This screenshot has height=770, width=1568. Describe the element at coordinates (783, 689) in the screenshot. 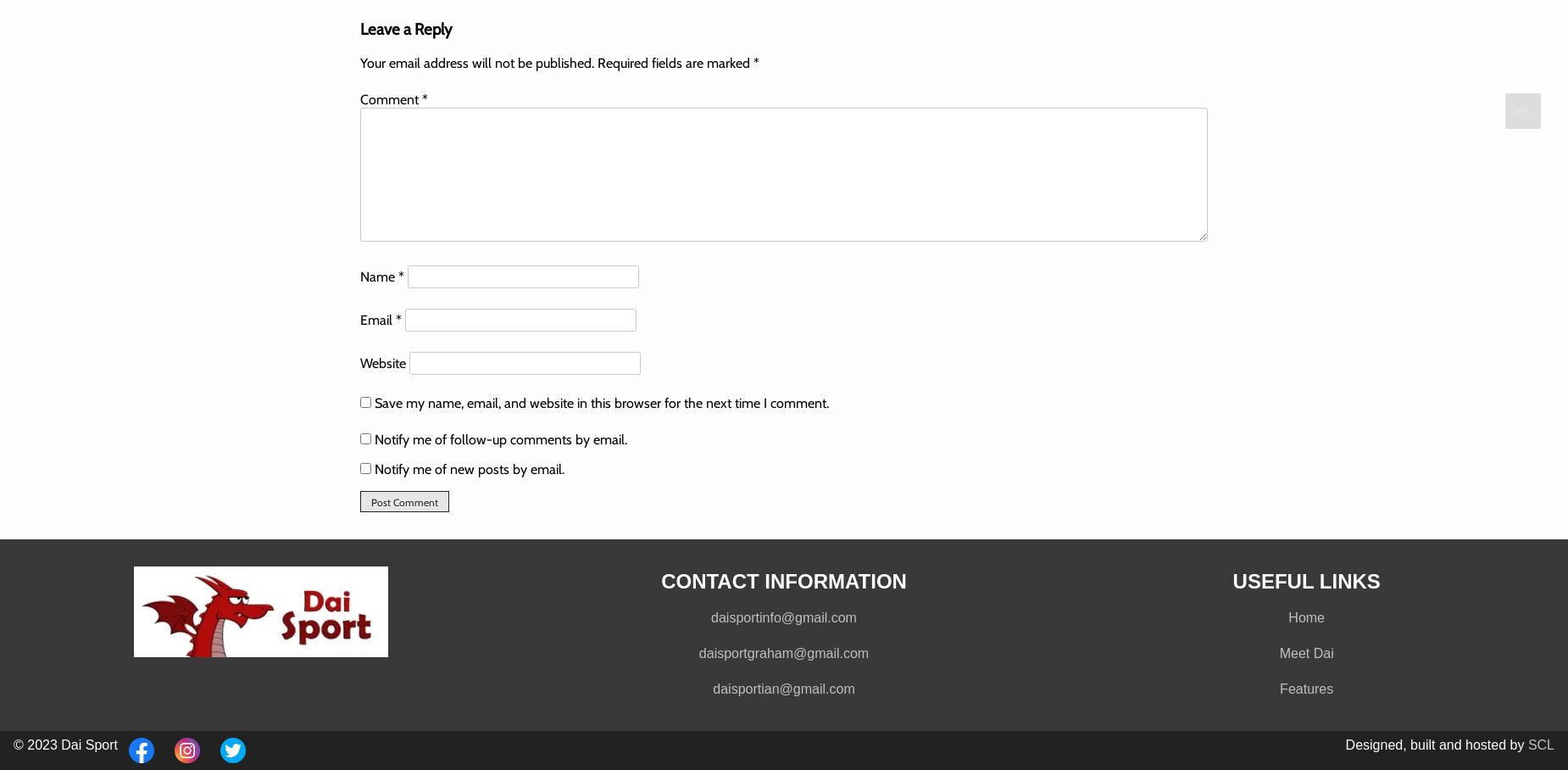

I see `'daisportian@gmail.com'` at that location.